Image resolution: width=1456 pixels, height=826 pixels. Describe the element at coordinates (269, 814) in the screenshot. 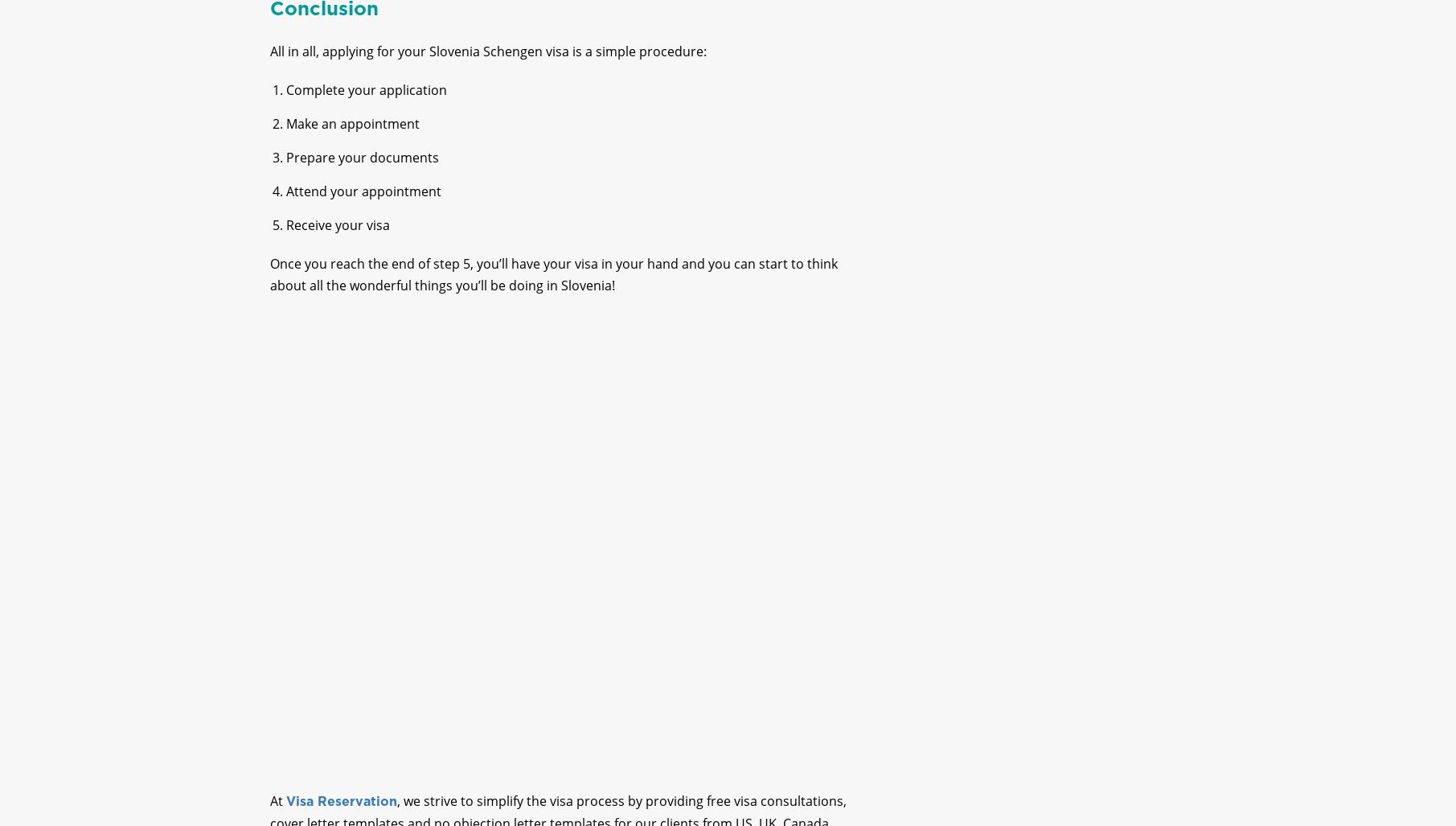

I see `'At'` at that location.